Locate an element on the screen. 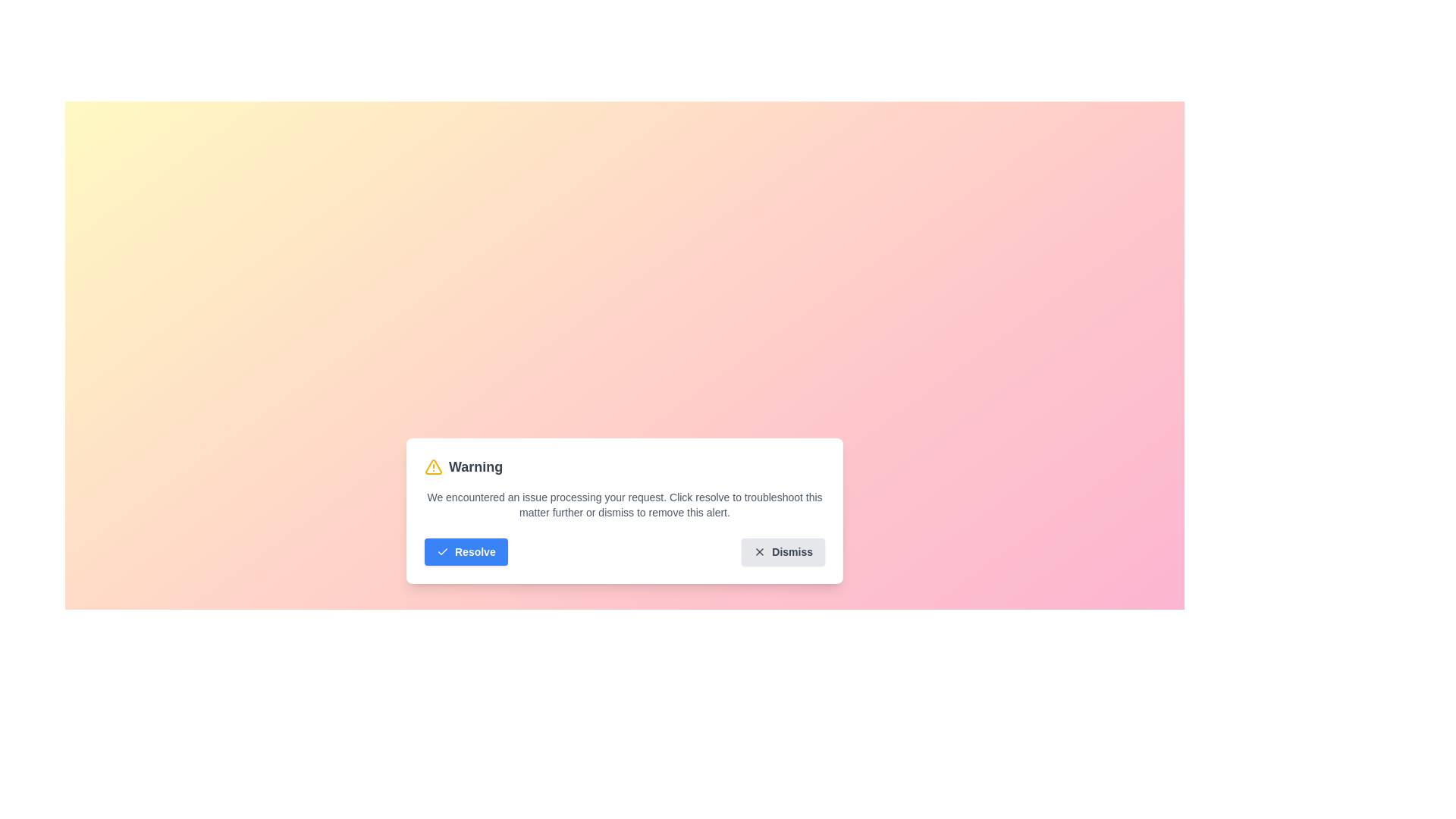 The image size is (1456, 819). the warning notification title text, which is the second element after the alert icon with a yellow triangular symbol, centered horizontally within the alert notice is located at coordinates (475, 466).